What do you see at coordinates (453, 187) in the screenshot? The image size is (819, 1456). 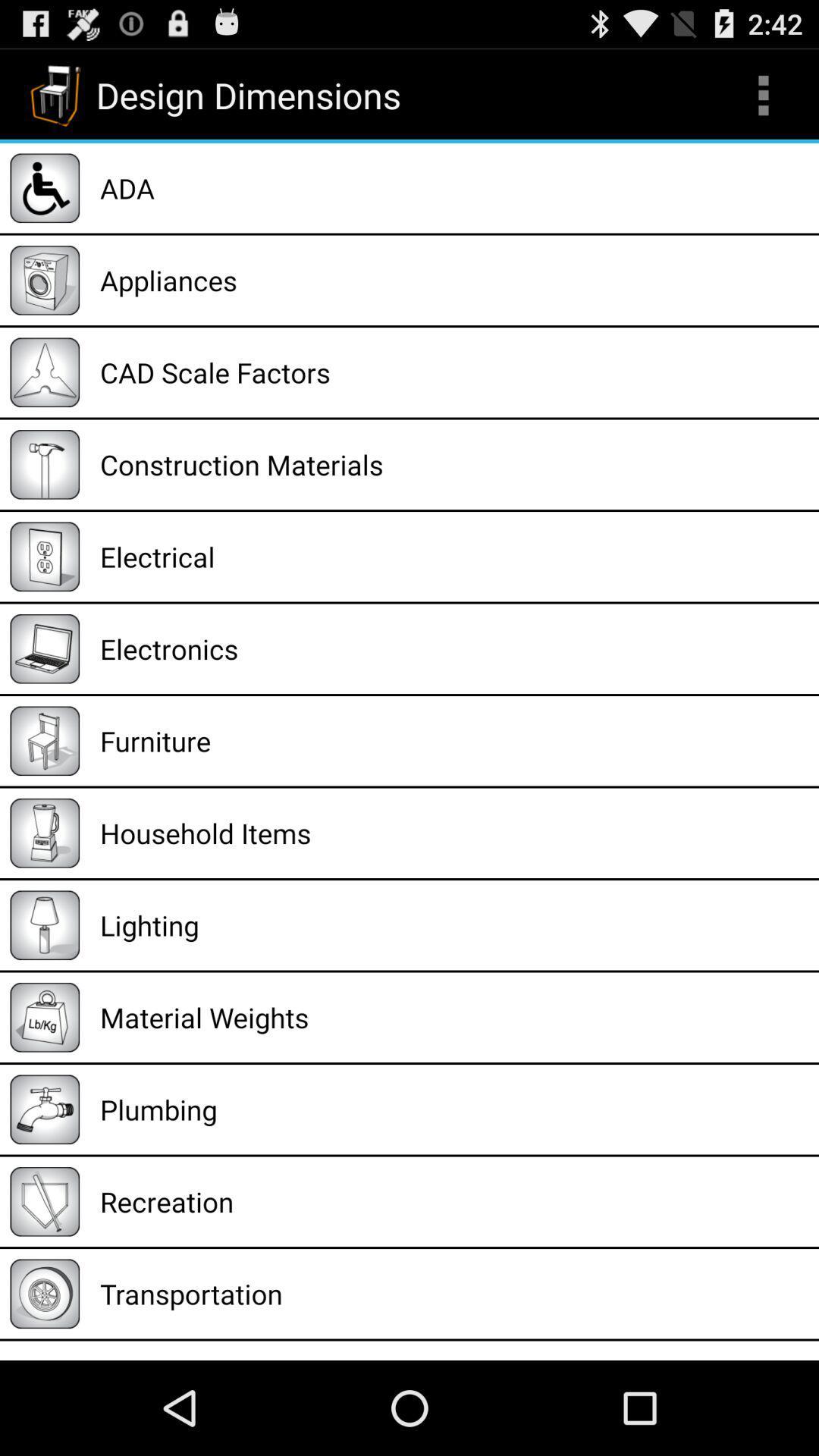 I see `ada` at bounding box center [453, 187].